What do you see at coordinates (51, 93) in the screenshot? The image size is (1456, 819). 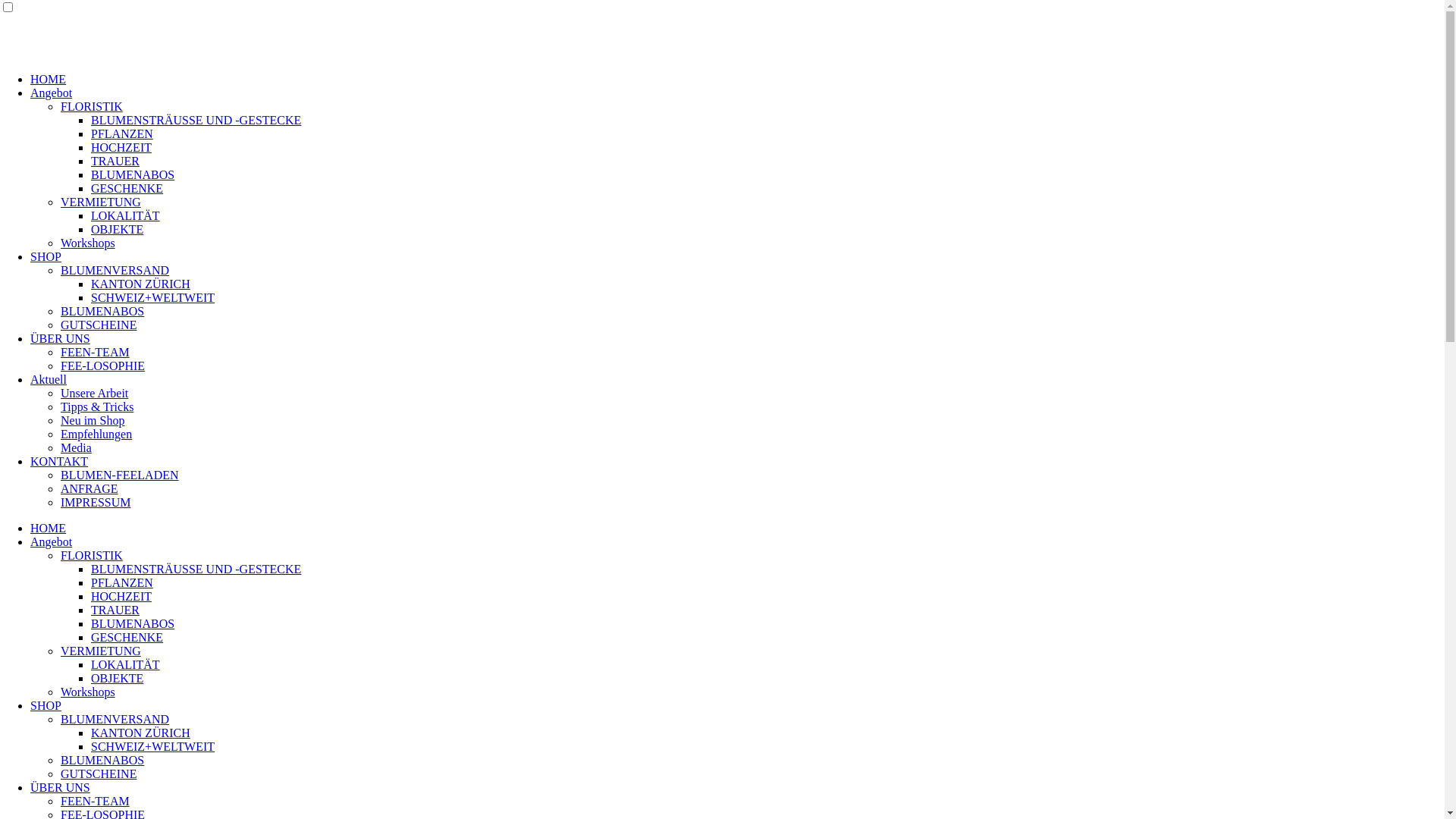 I see `'Angebot'` at bounding box center [51, 93].